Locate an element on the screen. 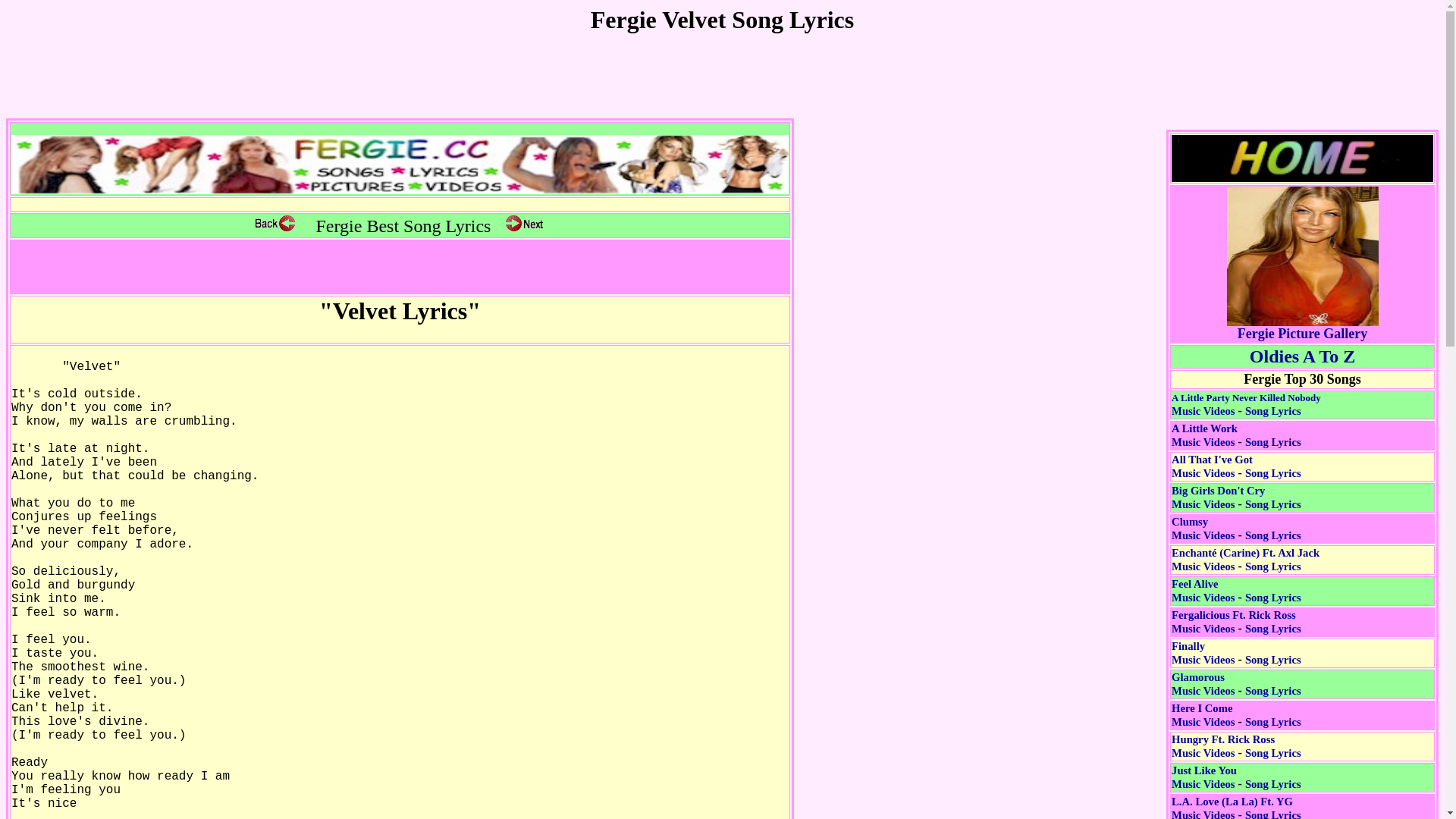 The height and width of the screenshot is (819, 1456). 'Hungry Ft. Rick Ross is located at coordinates (1222, 745).